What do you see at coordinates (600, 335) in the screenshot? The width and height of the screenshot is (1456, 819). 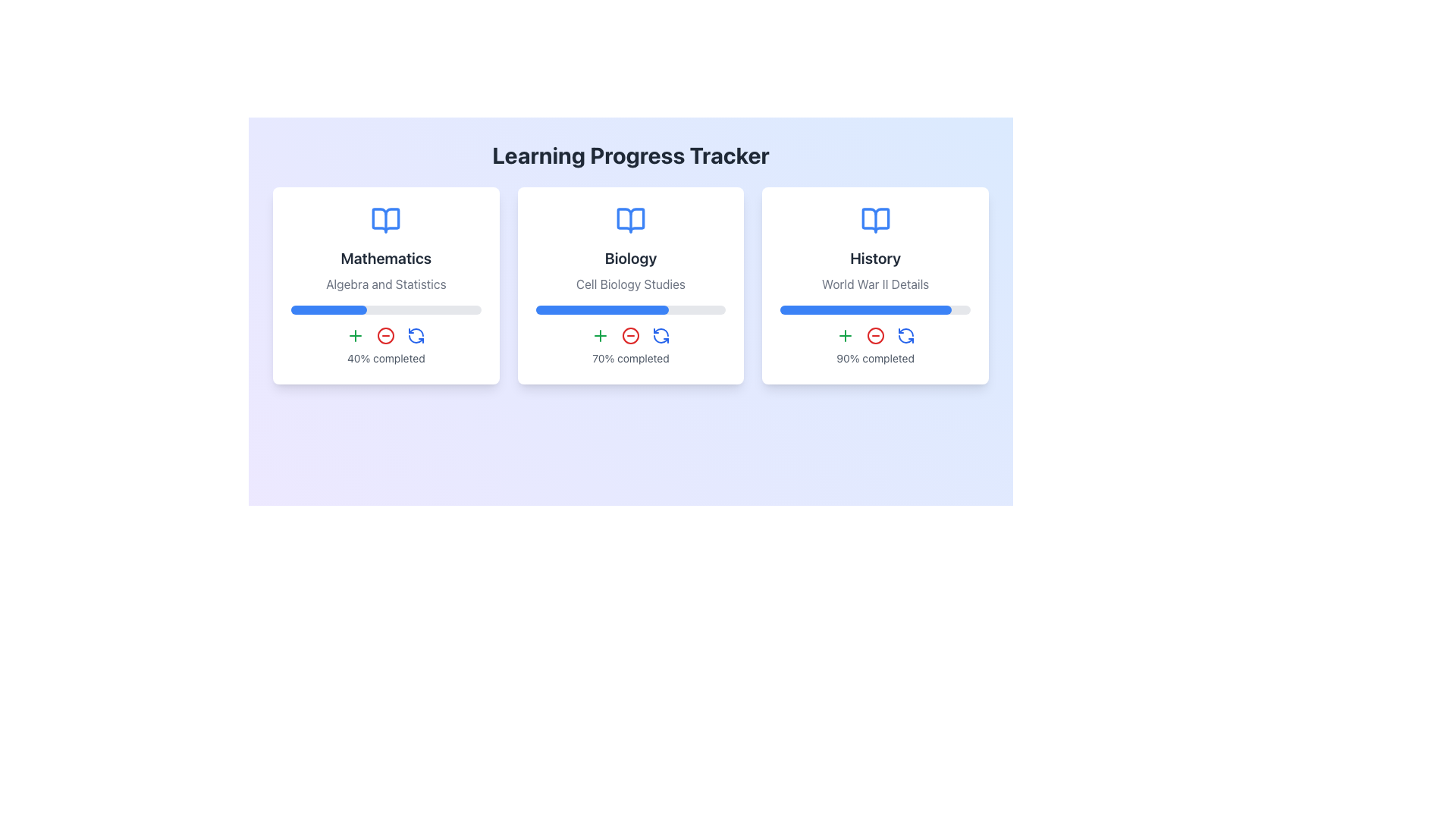 I see `the green plus icon button located below the progress bar in the 'Biology' section of the 'Learning Progress Tracker' interface` at bounding box center [600, 335].